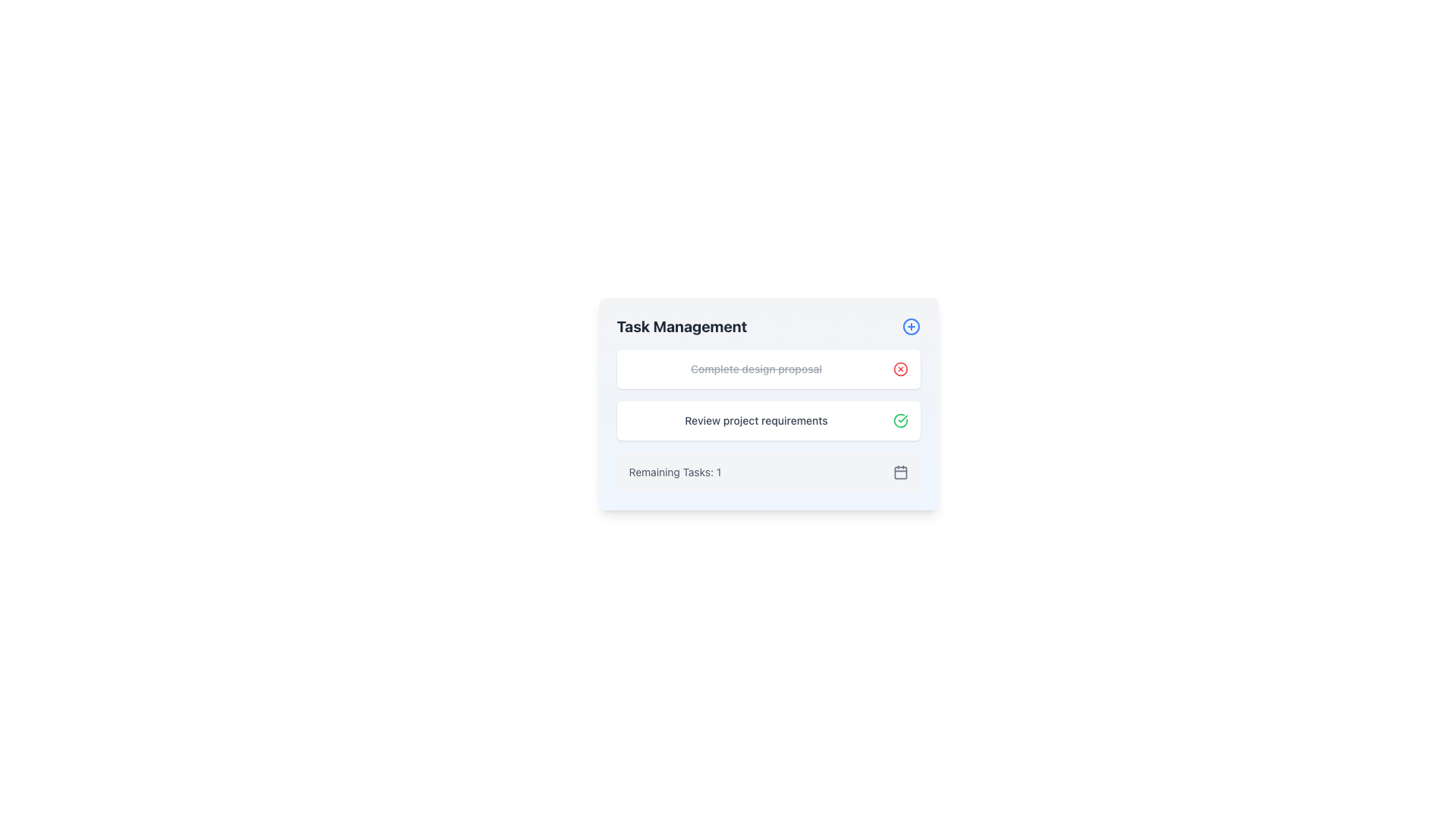 This screenshot has height=819, width=1456. I want to click on the calendar icon button located at the lower-right of the task management card, so click(900, 472).